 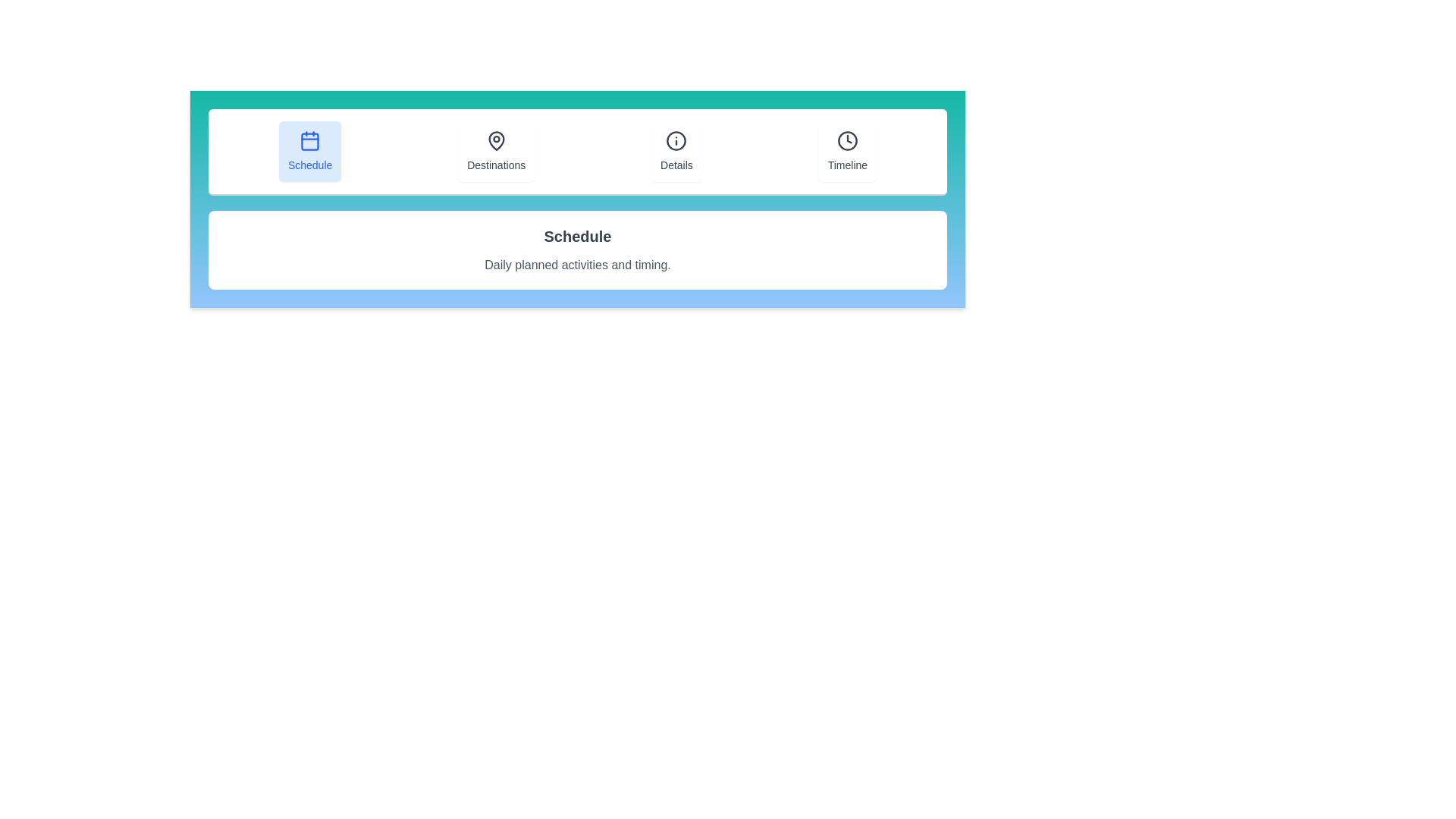 I want to click on the tab labeled Details, so click(x=676, y=152).